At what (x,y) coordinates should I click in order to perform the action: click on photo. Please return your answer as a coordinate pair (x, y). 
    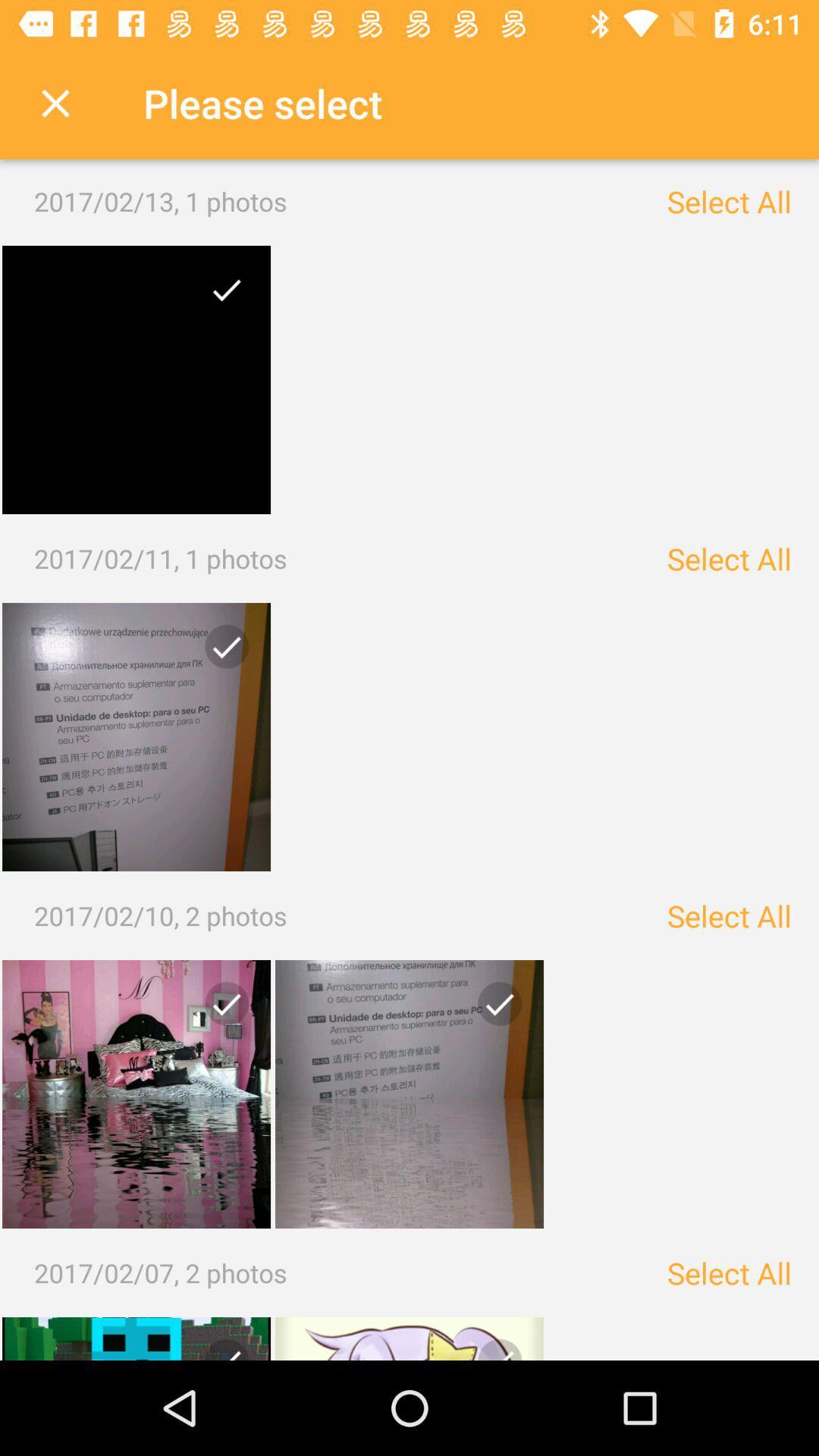
    Looking at the image, I should click on (136, 736).